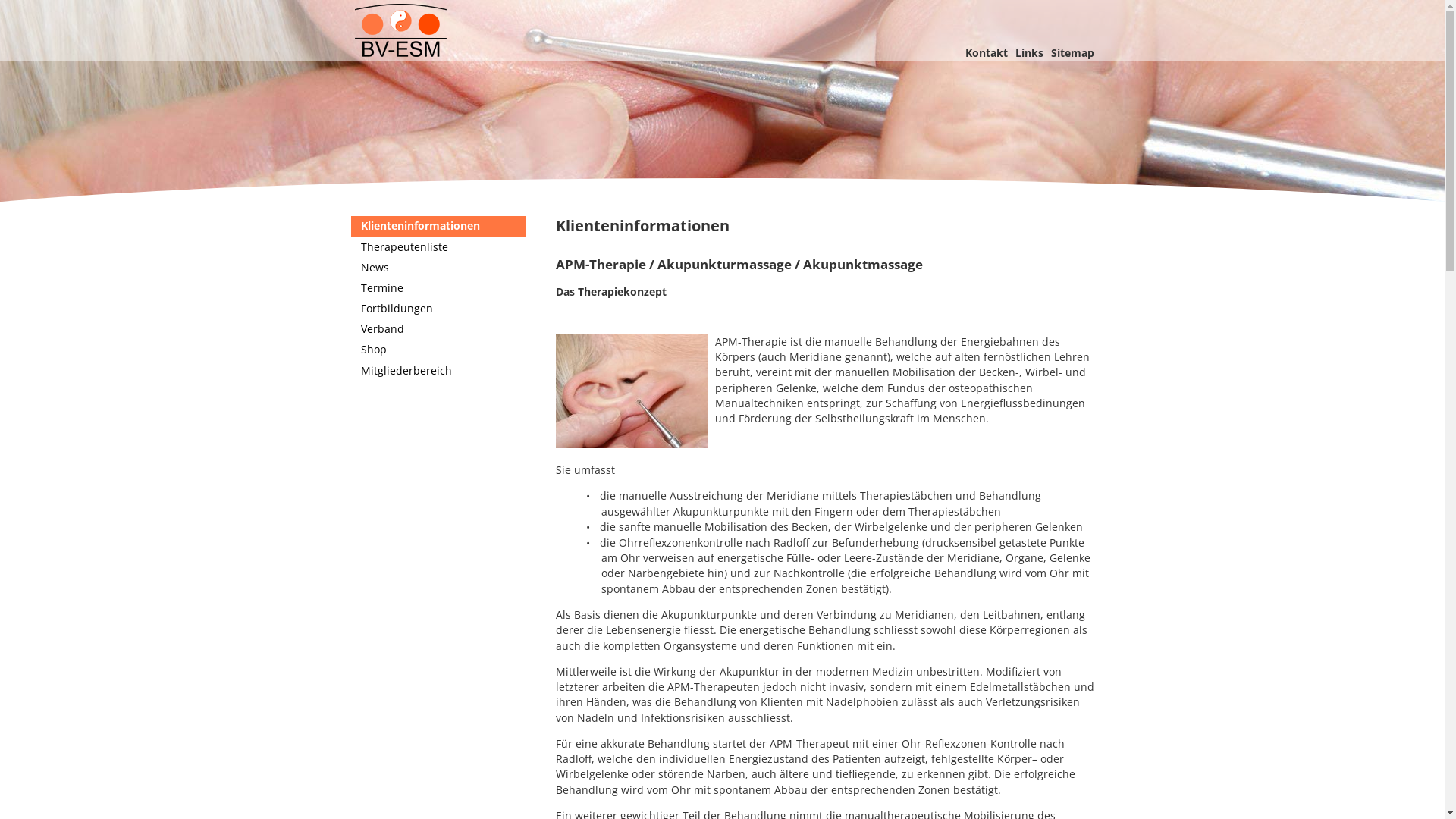  I want to click on 'Links', so click(1028, 52).